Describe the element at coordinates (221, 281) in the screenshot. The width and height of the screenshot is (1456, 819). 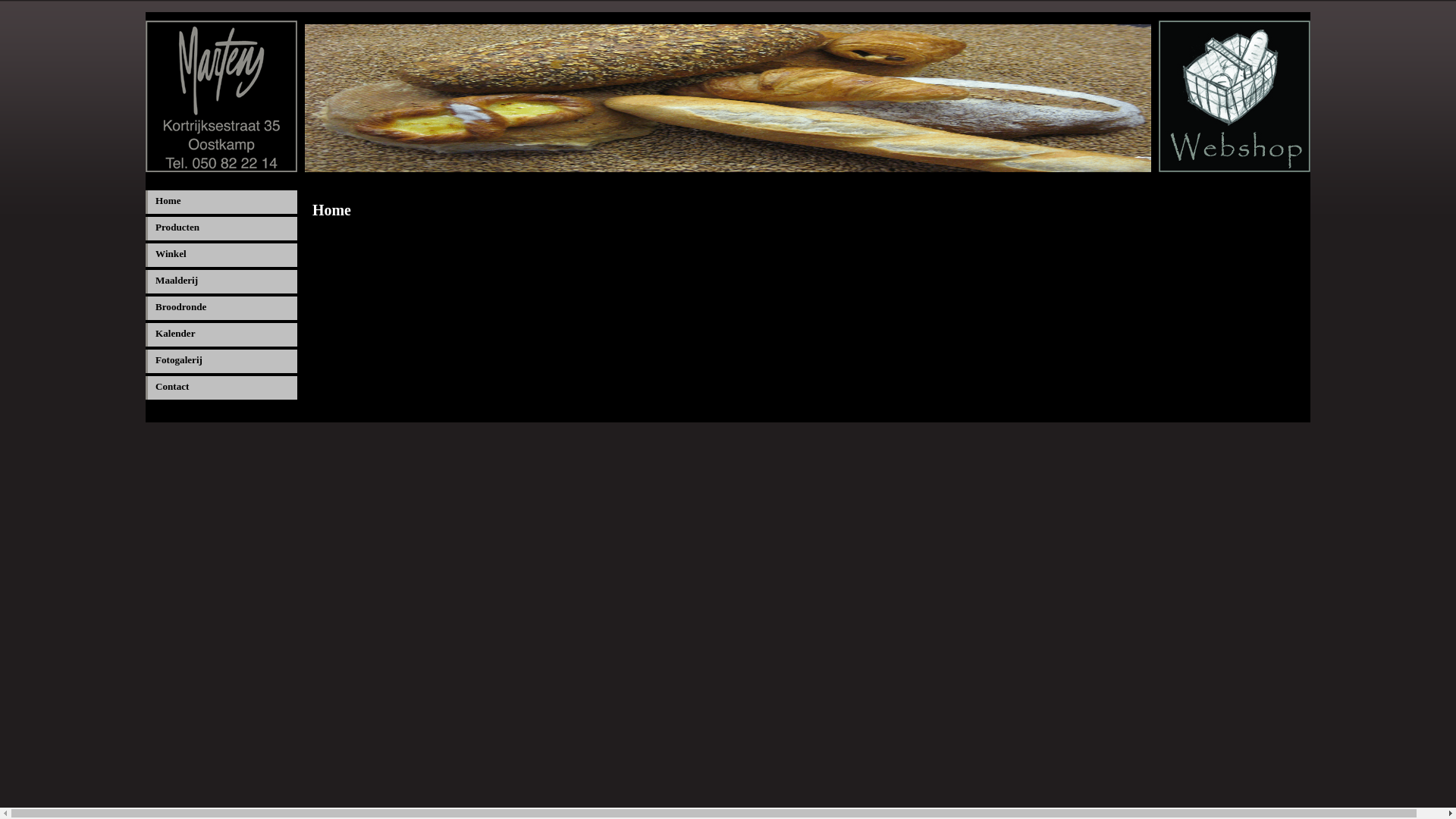
I see `'Maalderij'` at that location.